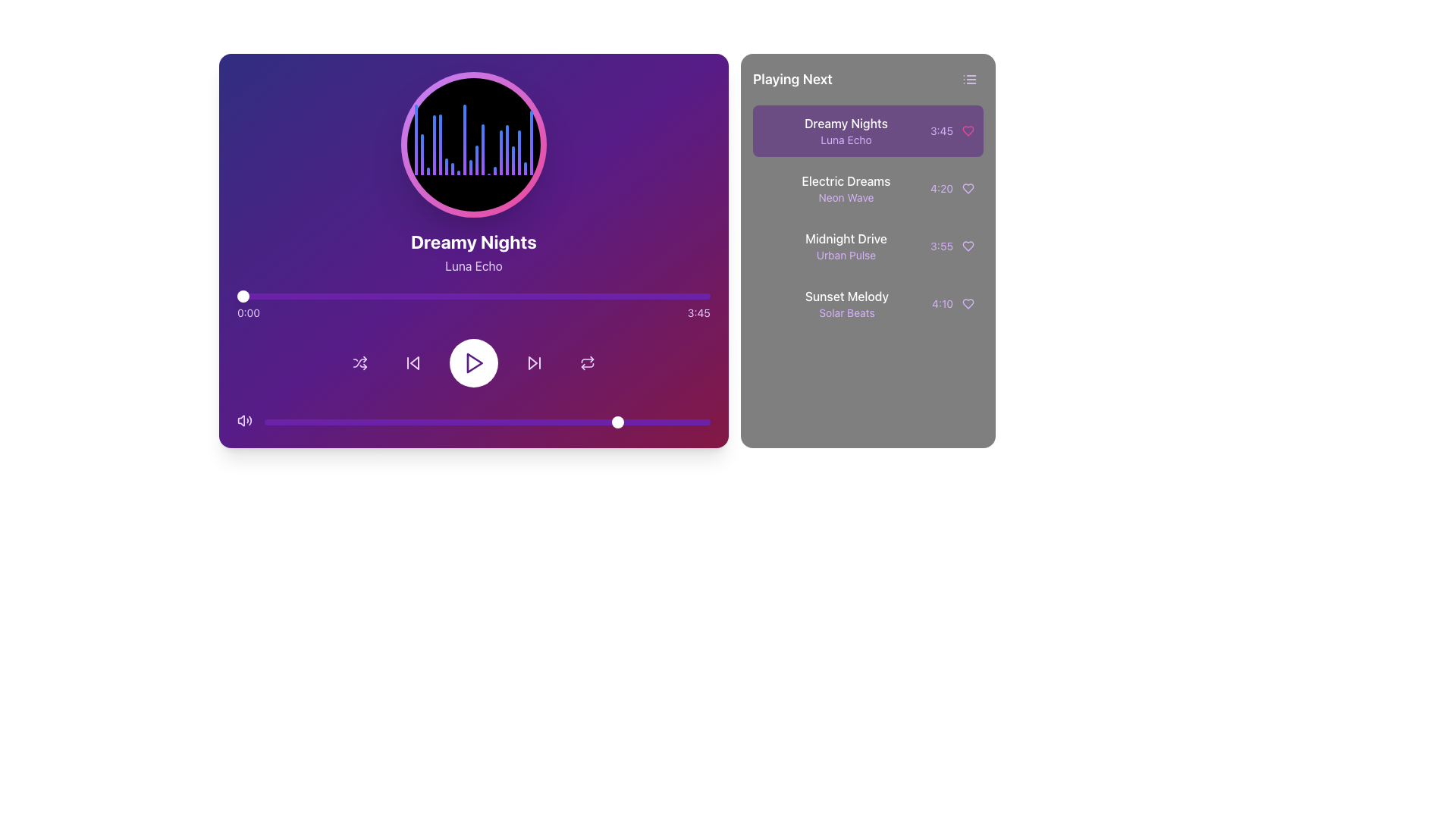  What do you see at coordinates (359, 362) in the screenshot?
I see `the shuffle icon button, which is a white minimalist design with intersecting arrows on a purple background, located in the media control section of the music player` at bounding box center [359, 362].